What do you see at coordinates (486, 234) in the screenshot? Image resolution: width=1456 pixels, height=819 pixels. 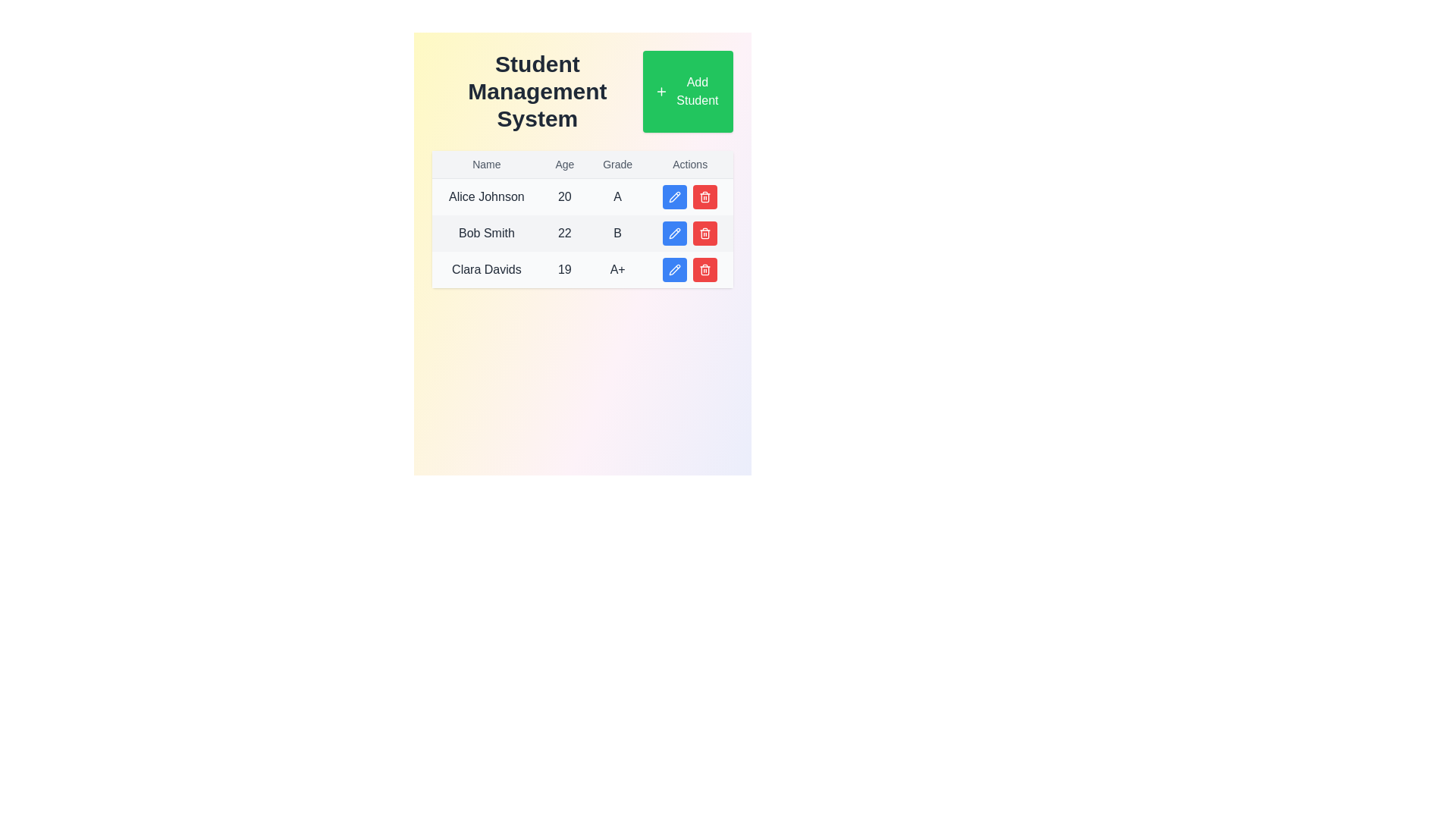 I see `the static text label displaying 'Bob Smith' in dark gray text, located in the second row of the table under the 'Name' column` at bounding box center [486, 234].